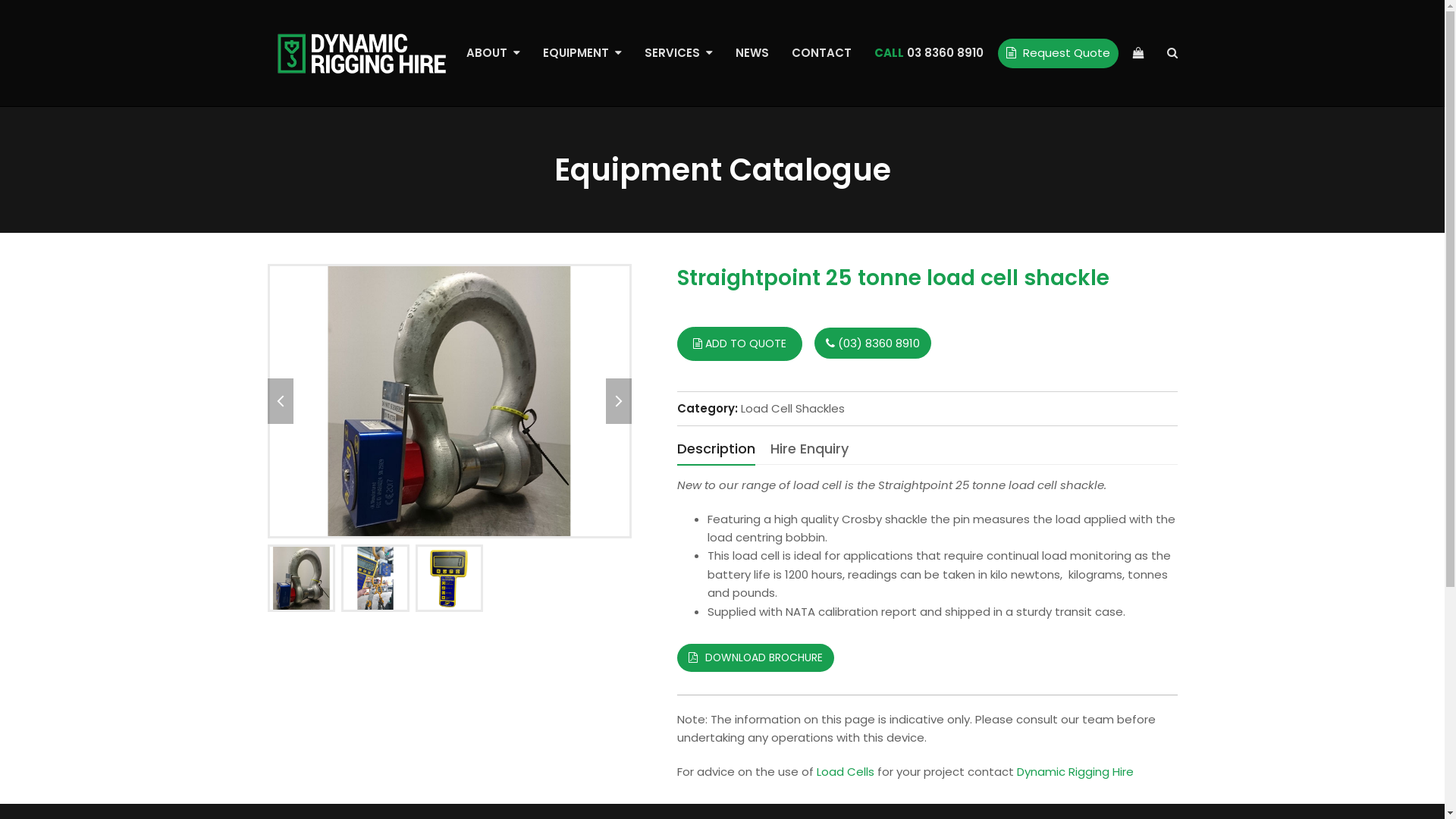 The image size is (1456, 819). Describe the element at coordinates (714, 449) in the screenshot. I see `'Description'` at that location.